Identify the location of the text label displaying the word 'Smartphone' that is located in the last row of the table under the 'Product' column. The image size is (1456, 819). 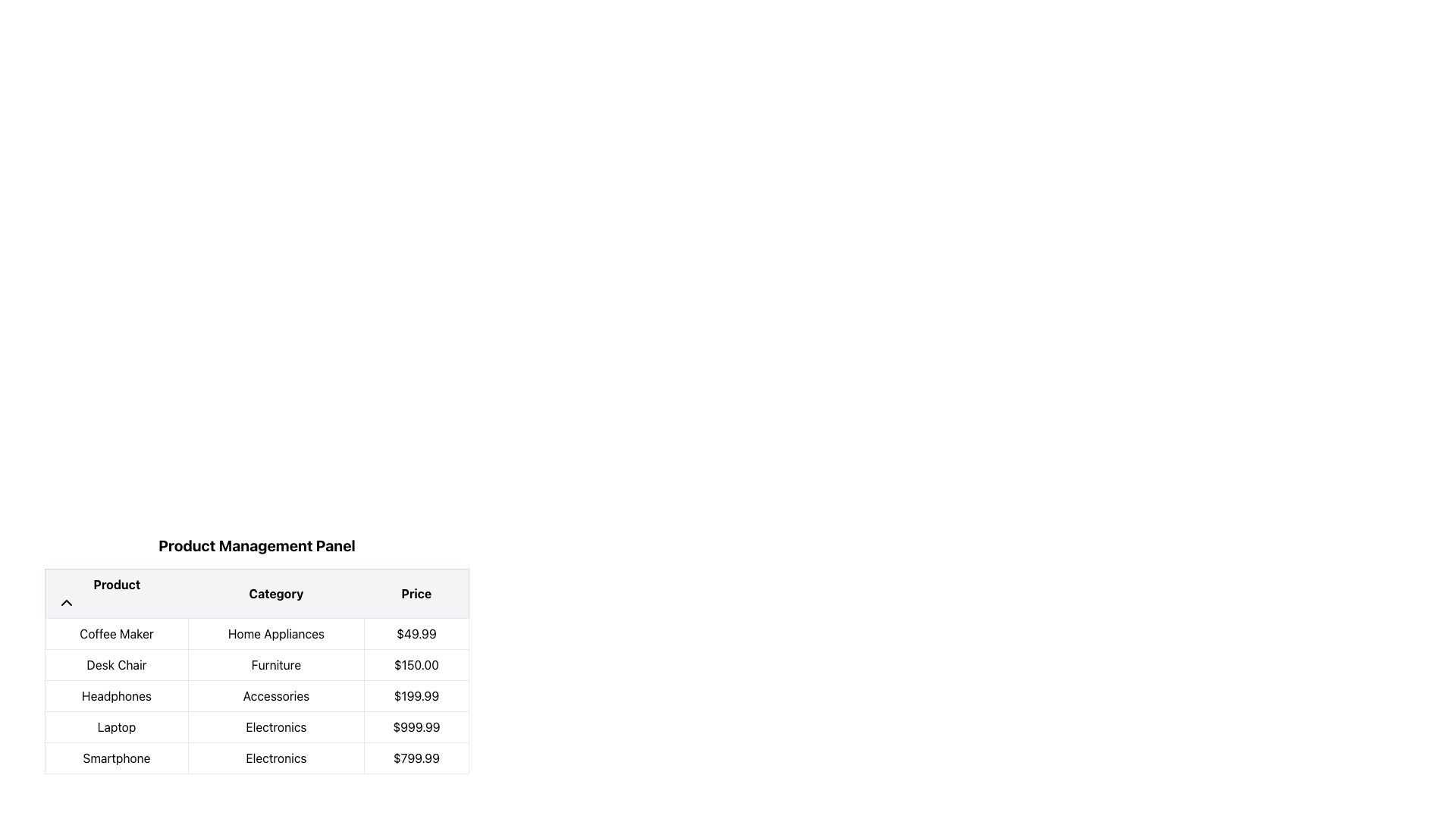
(115, 758).